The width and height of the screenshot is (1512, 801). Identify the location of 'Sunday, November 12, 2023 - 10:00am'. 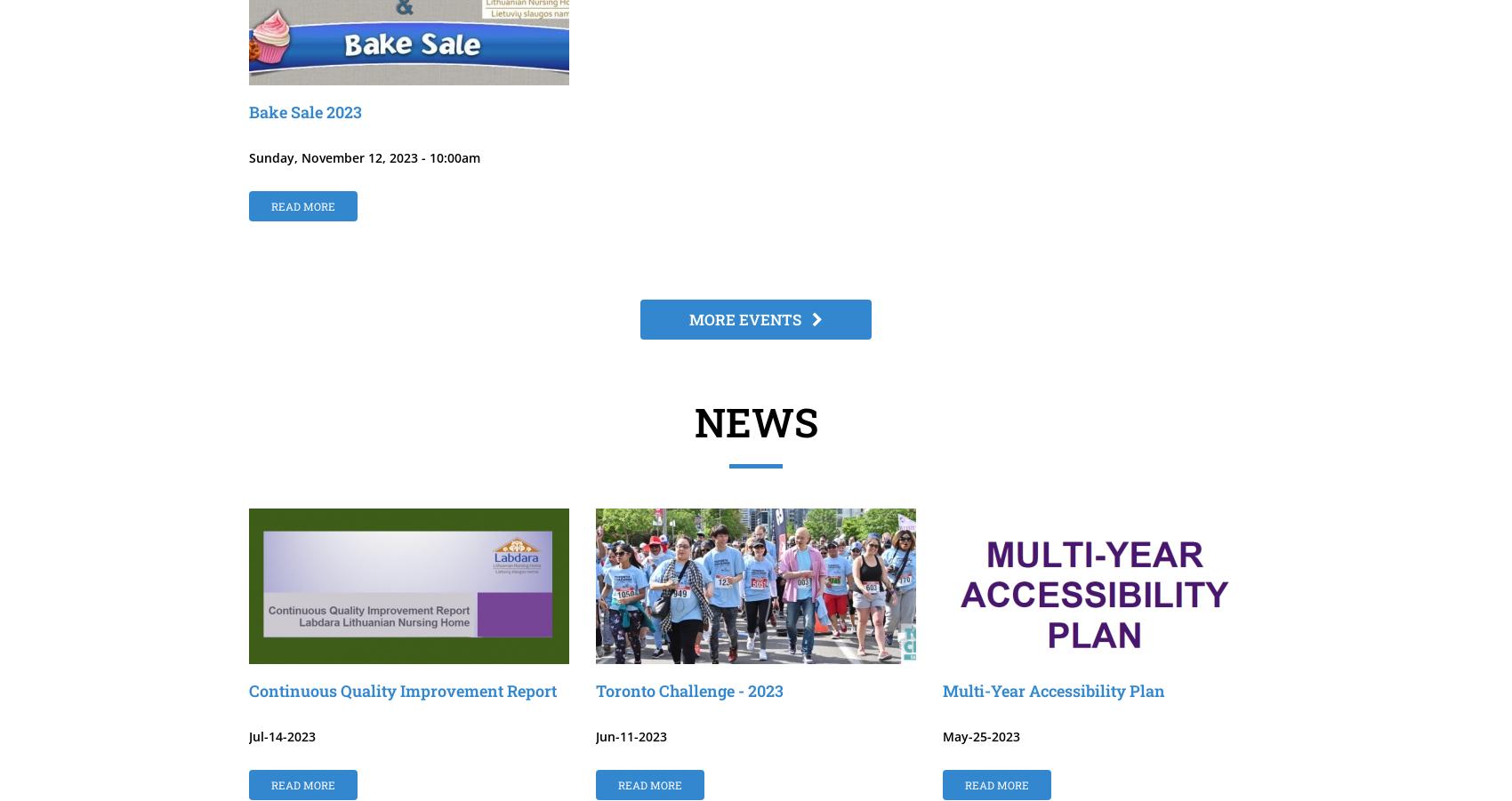
(364, 157).